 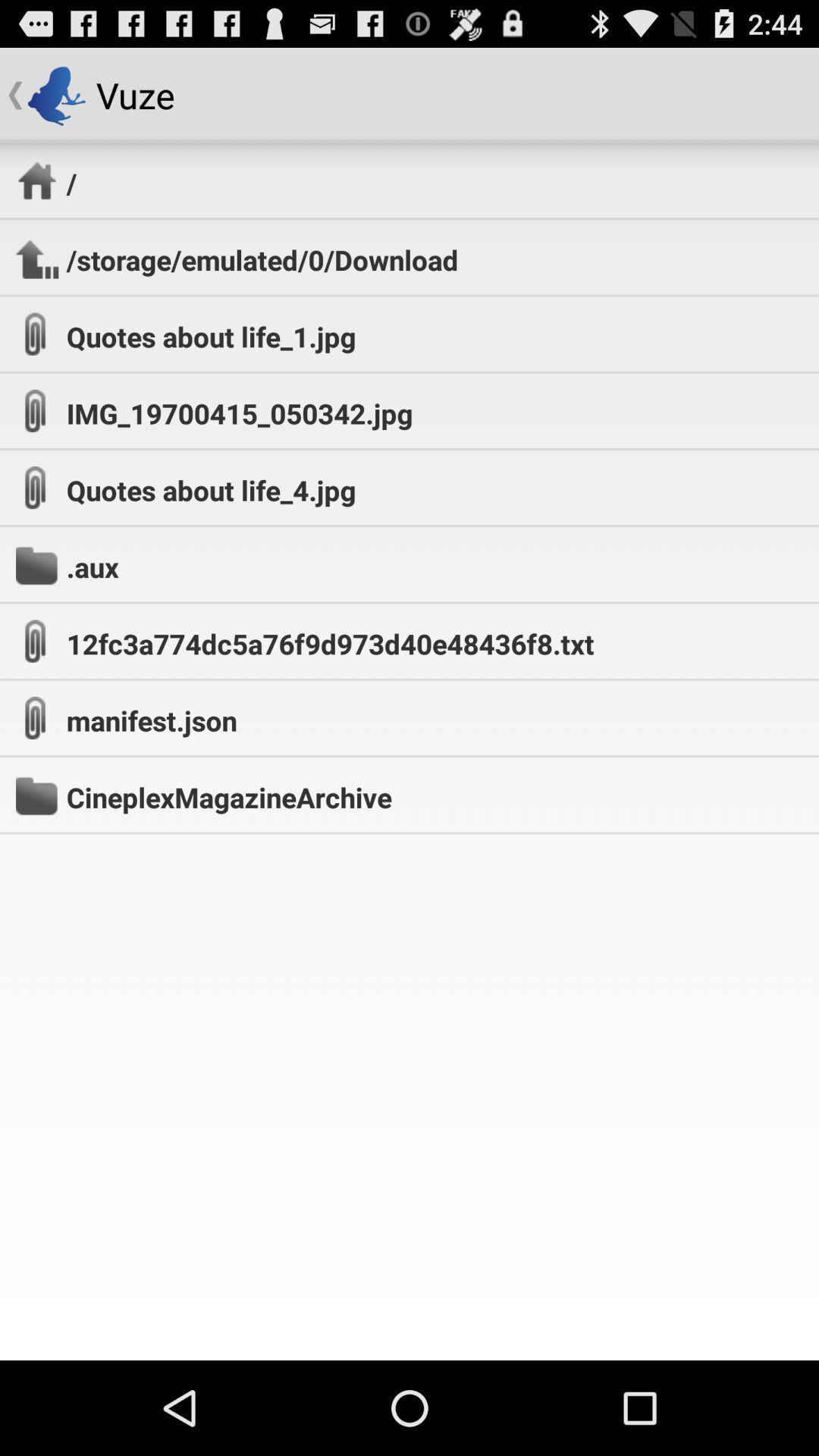 I want to click on manifest.json item, so click(x=152, y=720).